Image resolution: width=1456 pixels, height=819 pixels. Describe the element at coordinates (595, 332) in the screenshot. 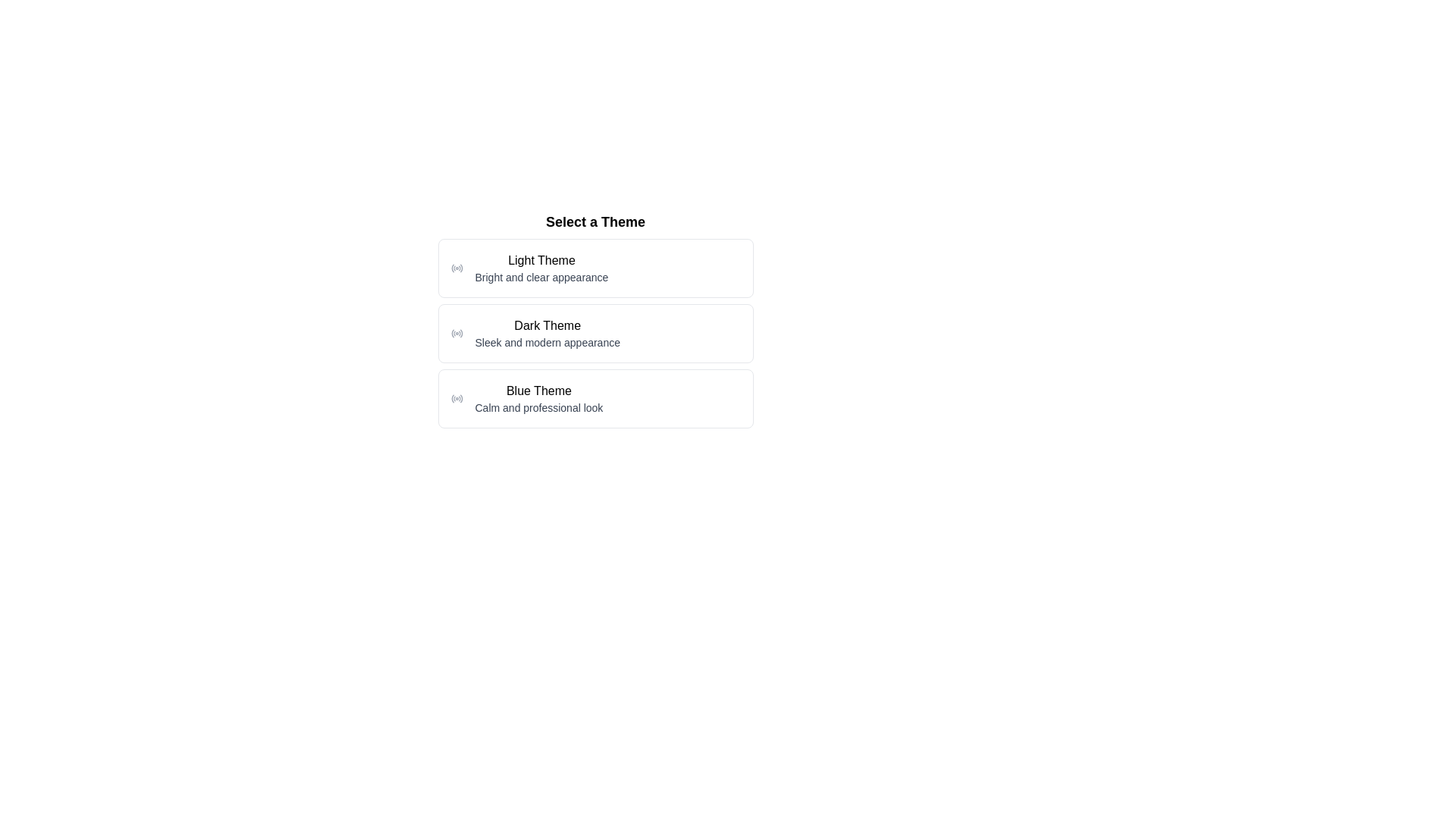

I see `the 'Dark Theme' selectable list item, which is the second item in the theme options list` at that location.